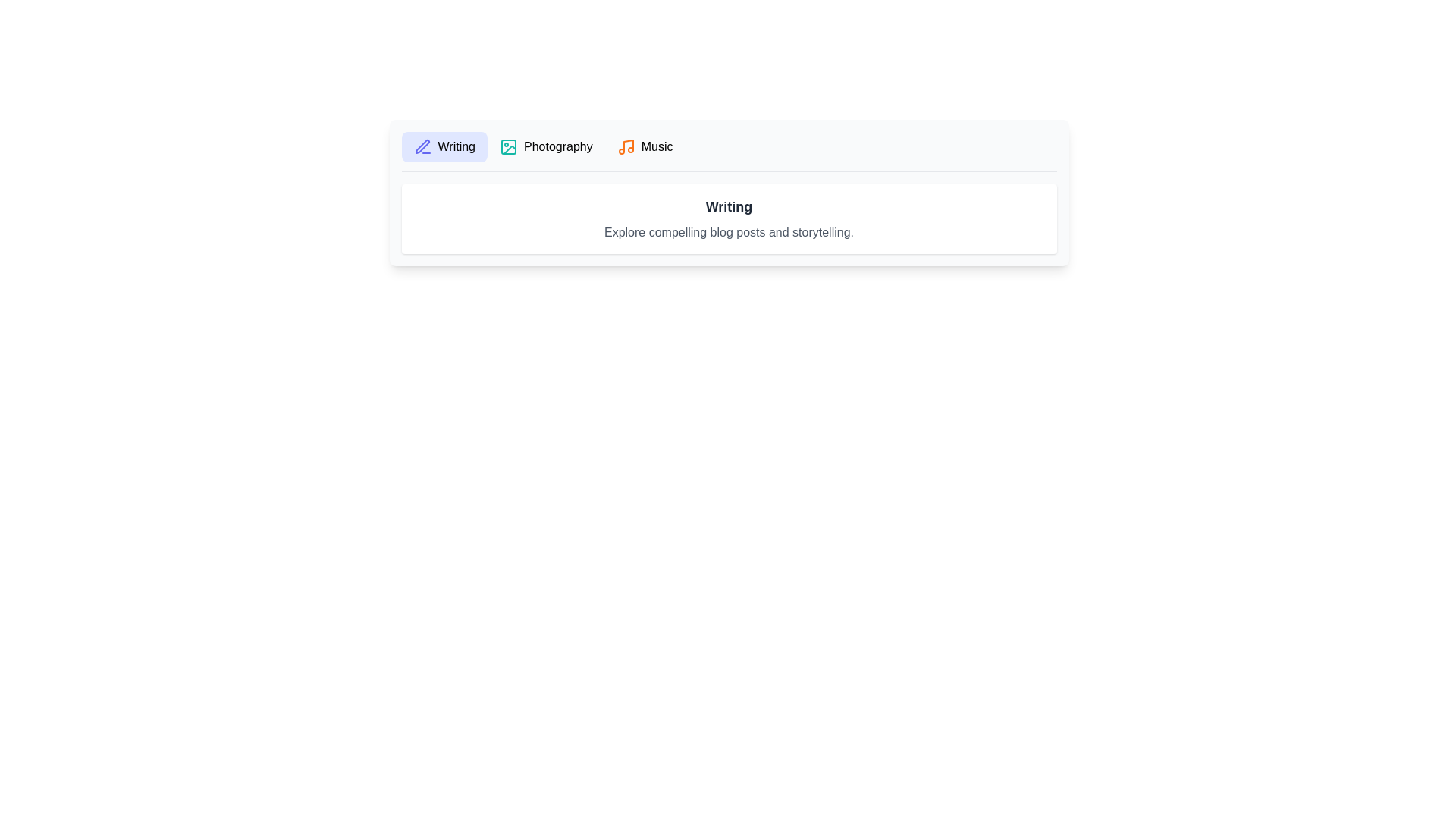  Describe the element at coordinates (444, 146) in the screenshot. I see `the tab labeled Writing` at that location.